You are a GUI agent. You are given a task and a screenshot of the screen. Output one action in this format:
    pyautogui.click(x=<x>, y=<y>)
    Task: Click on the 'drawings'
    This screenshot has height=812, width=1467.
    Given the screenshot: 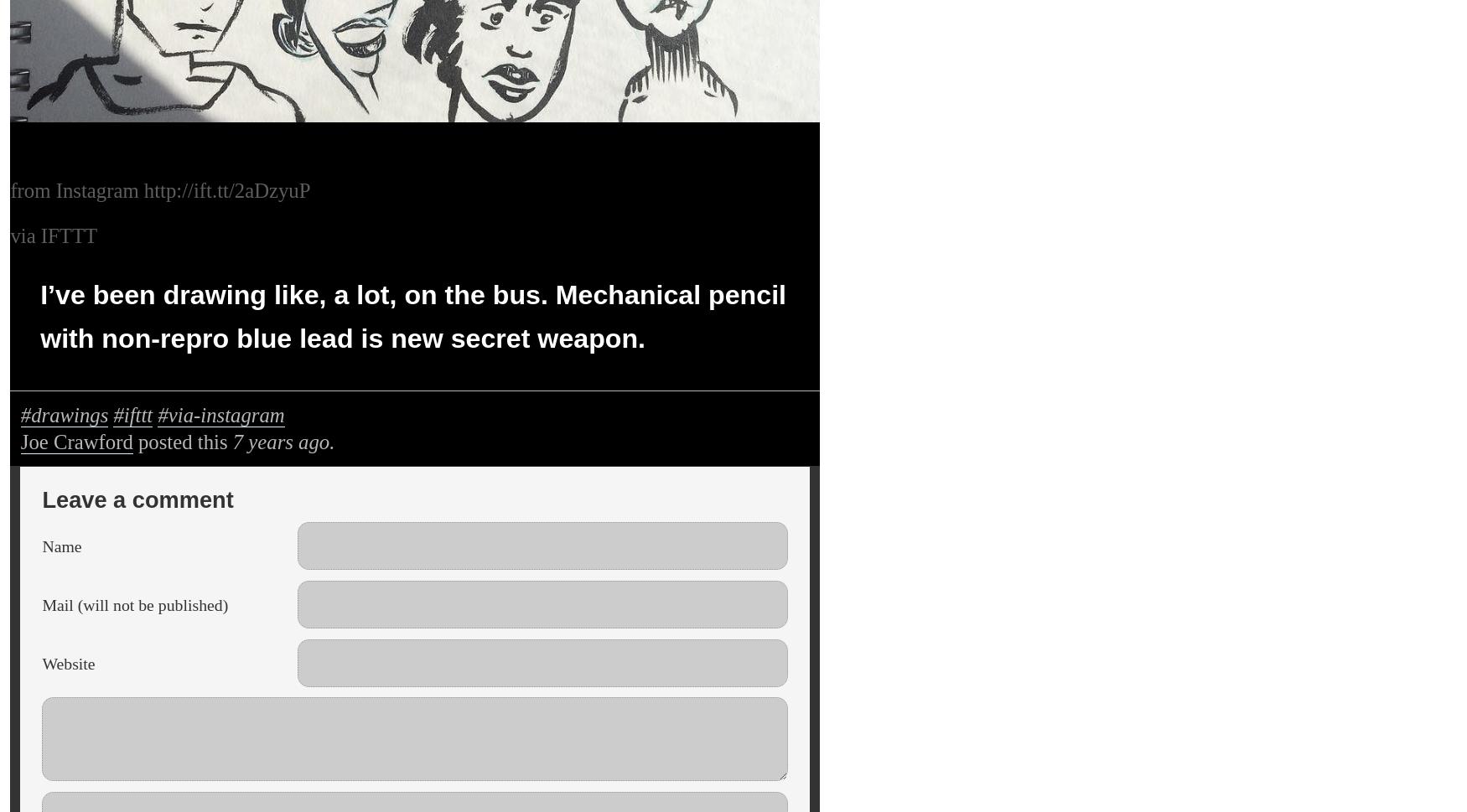 What is the action you would take?
    pyautogui.click(x=69, y=413)
    